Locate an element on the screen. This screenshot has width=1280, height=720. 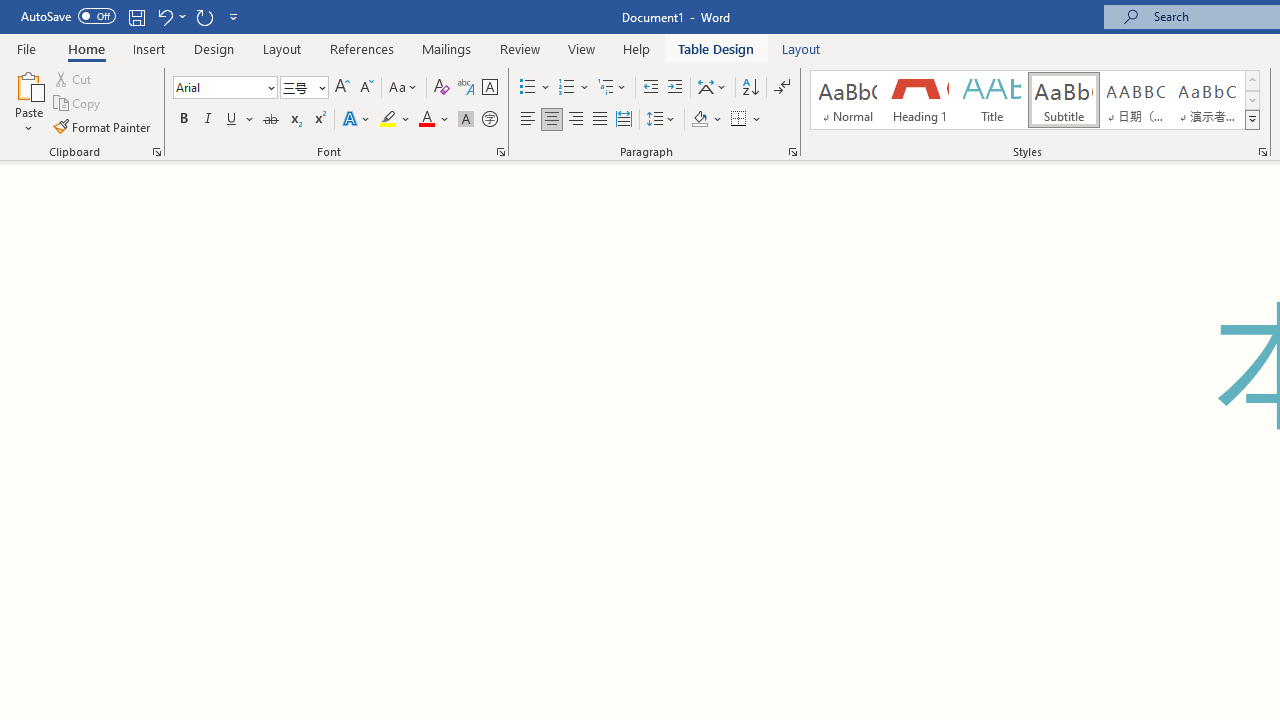
'Text Effects and Typography' is located at coordinates (357, 119).